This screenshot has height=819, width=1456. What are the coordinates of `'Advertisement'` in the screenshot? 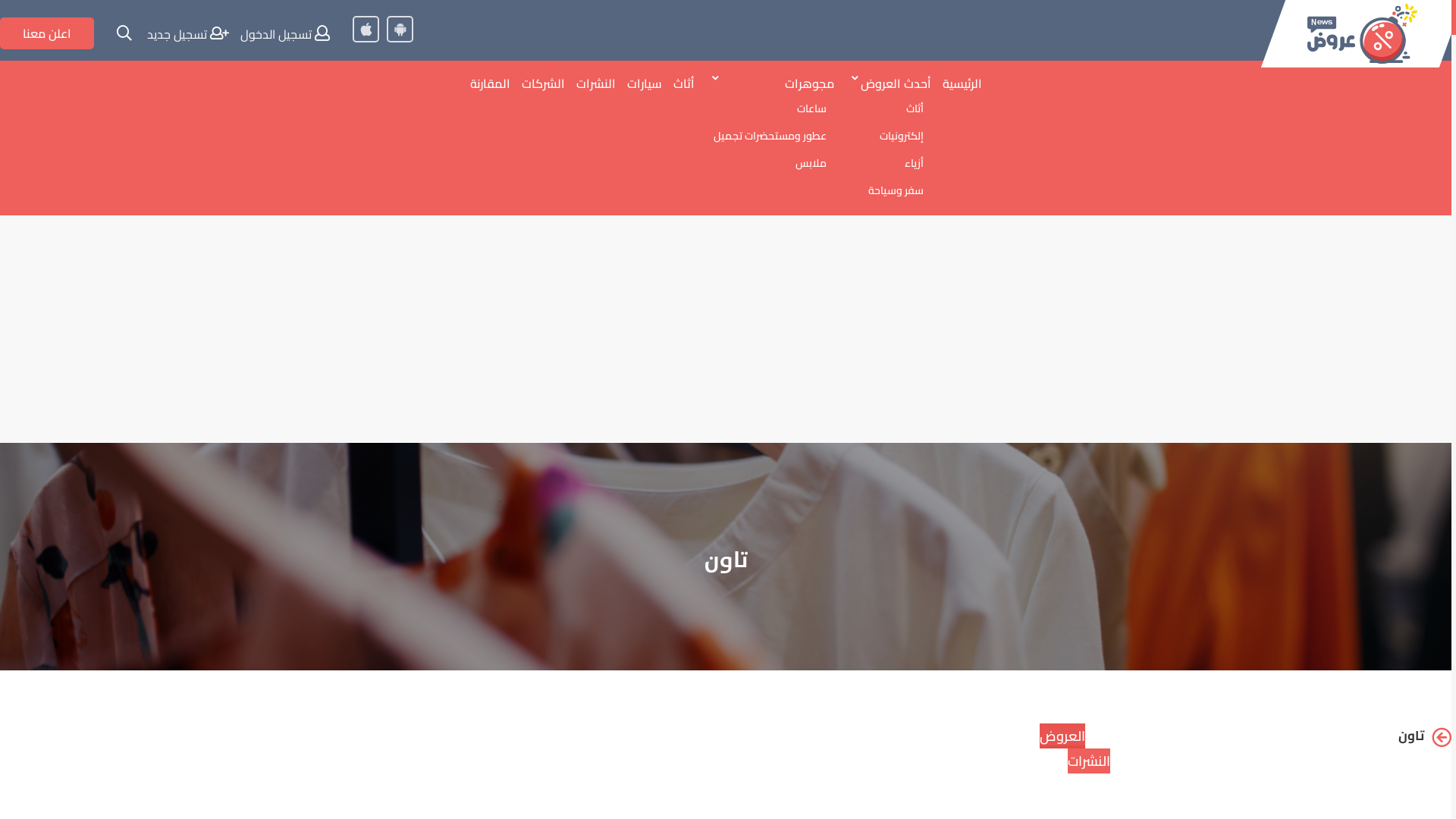 It's located at (724, 328).